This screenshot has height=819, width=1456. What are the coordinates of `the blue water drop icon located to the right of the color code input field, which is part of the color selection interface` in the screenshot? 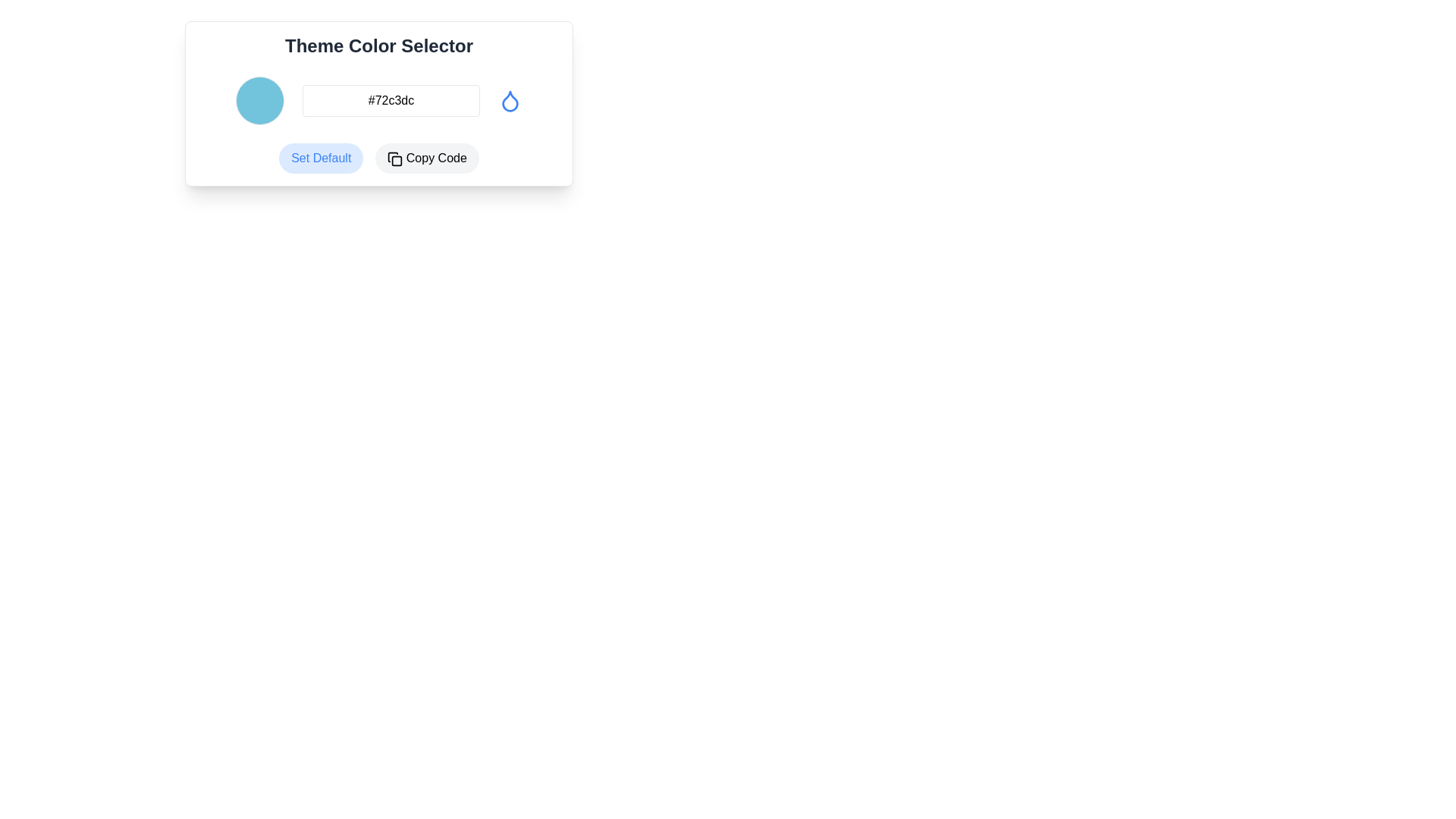 It's located at (510, 100).